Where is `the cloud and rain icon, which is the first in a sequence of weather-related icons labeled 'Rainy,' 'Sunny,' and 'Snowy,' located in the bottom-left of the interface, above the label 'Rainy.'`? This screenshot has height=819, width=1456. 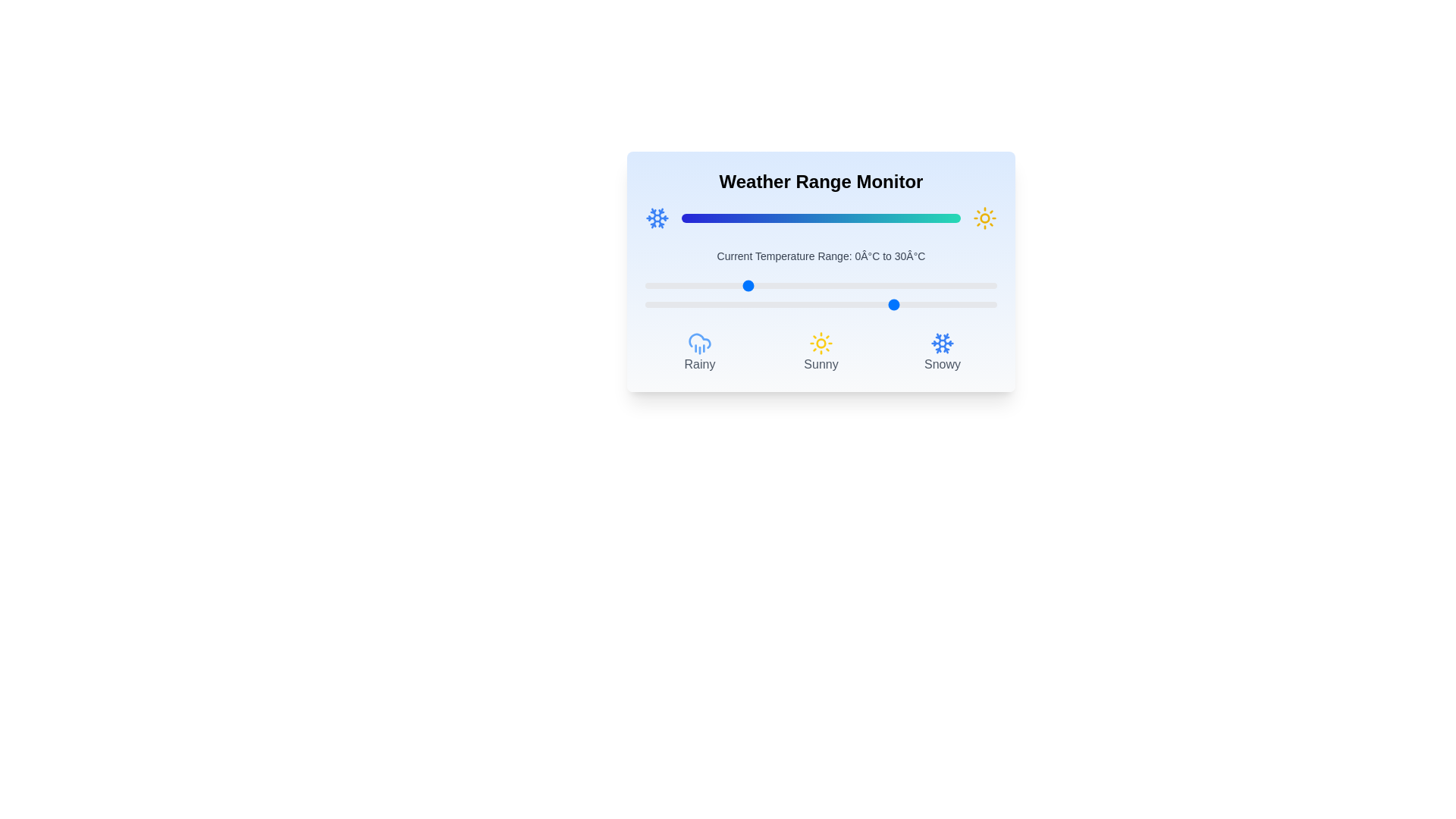
the cloud and rain icon, which is the first in a sequence of weather-related icons labeled 'Rainy,' 'Sunny,' and 'Snowy,' located in the bottom-left of the interface, above the label 'Rainy.' is located at coordinates (698, 340).